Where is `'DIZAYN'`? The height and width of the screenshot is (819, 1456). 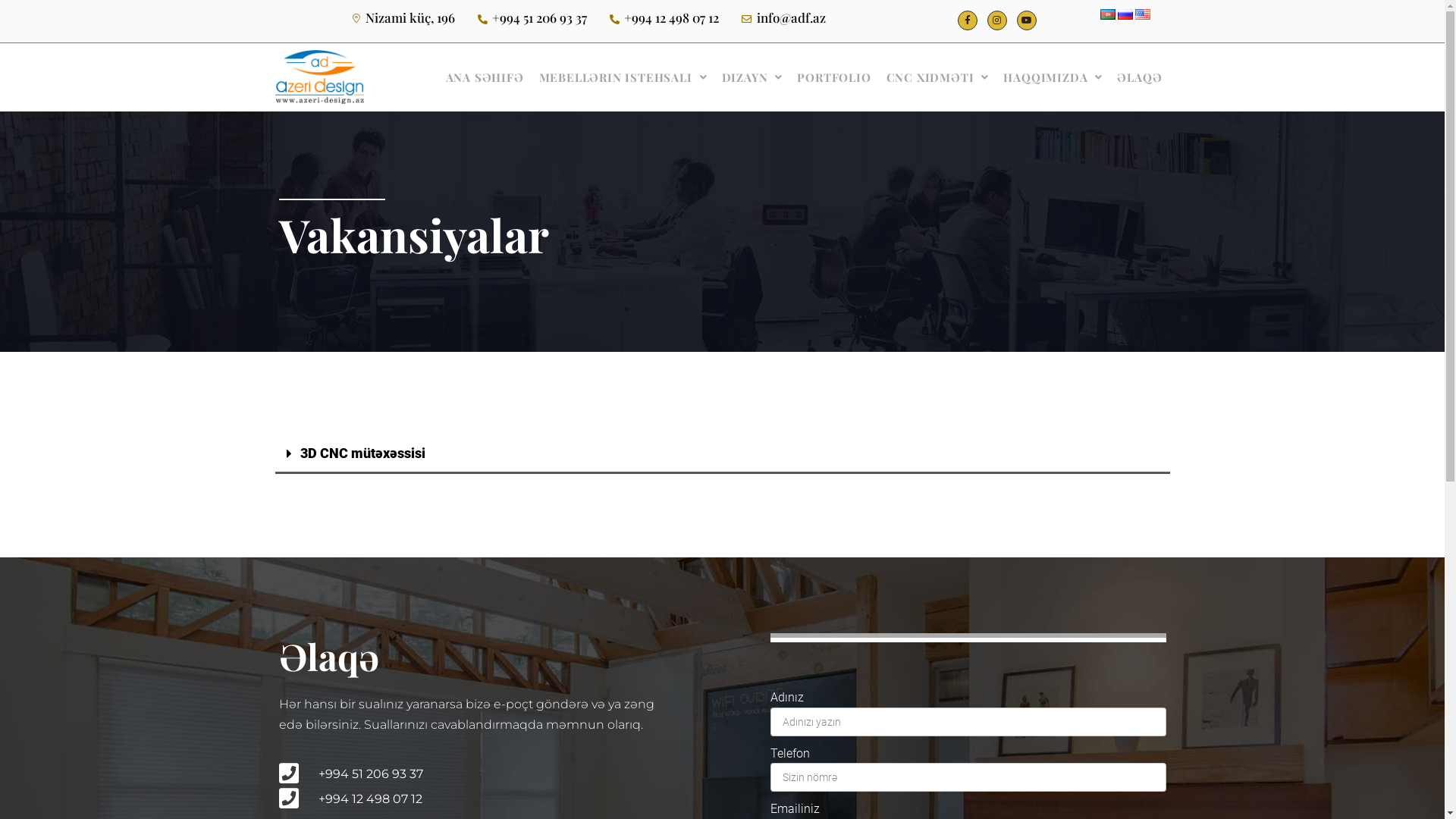
'DIZAYN' is located at coordinates (752, 77).